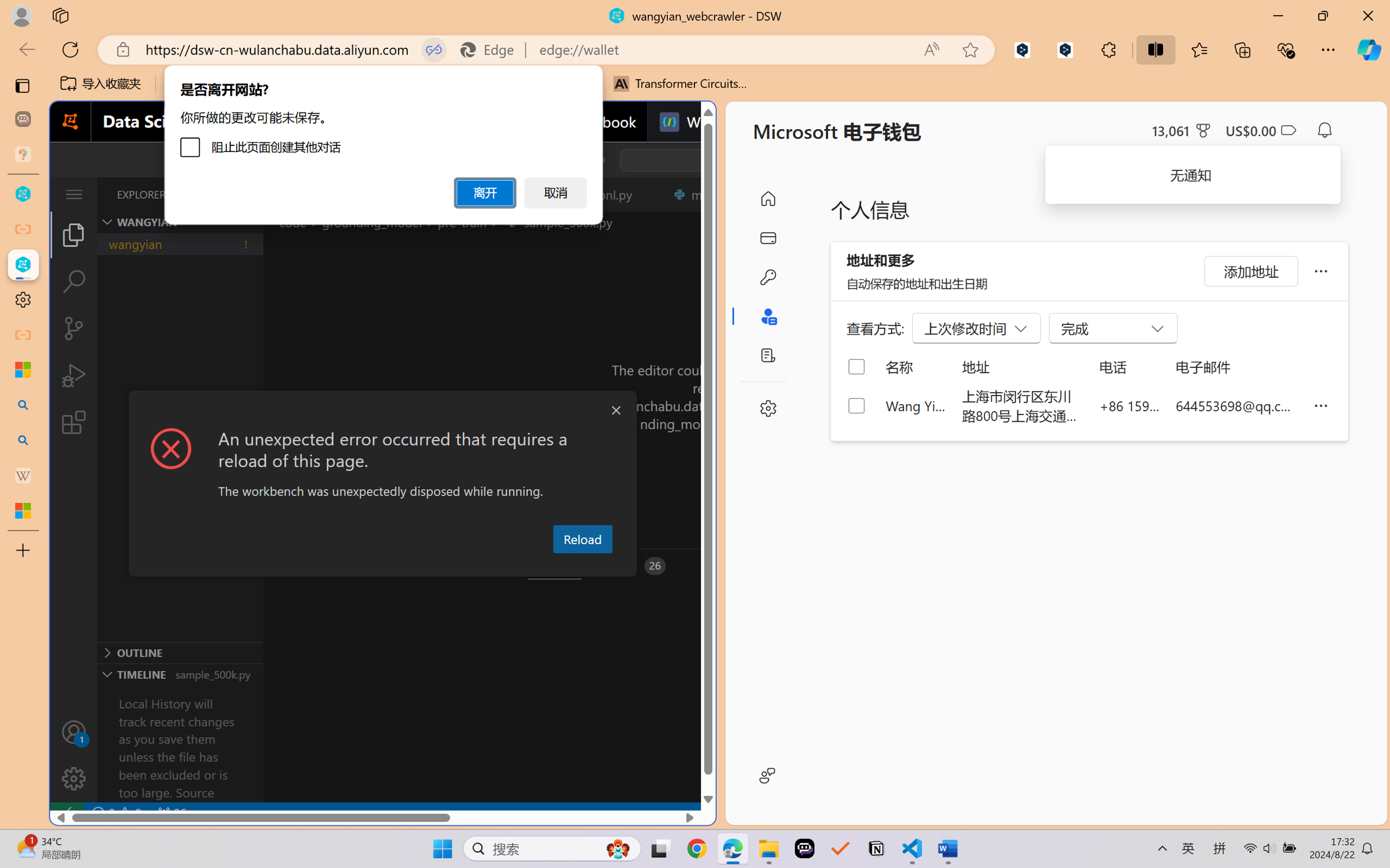  I want to click on 'Output (Ctrl+Shift+U)', so click(377, 566).